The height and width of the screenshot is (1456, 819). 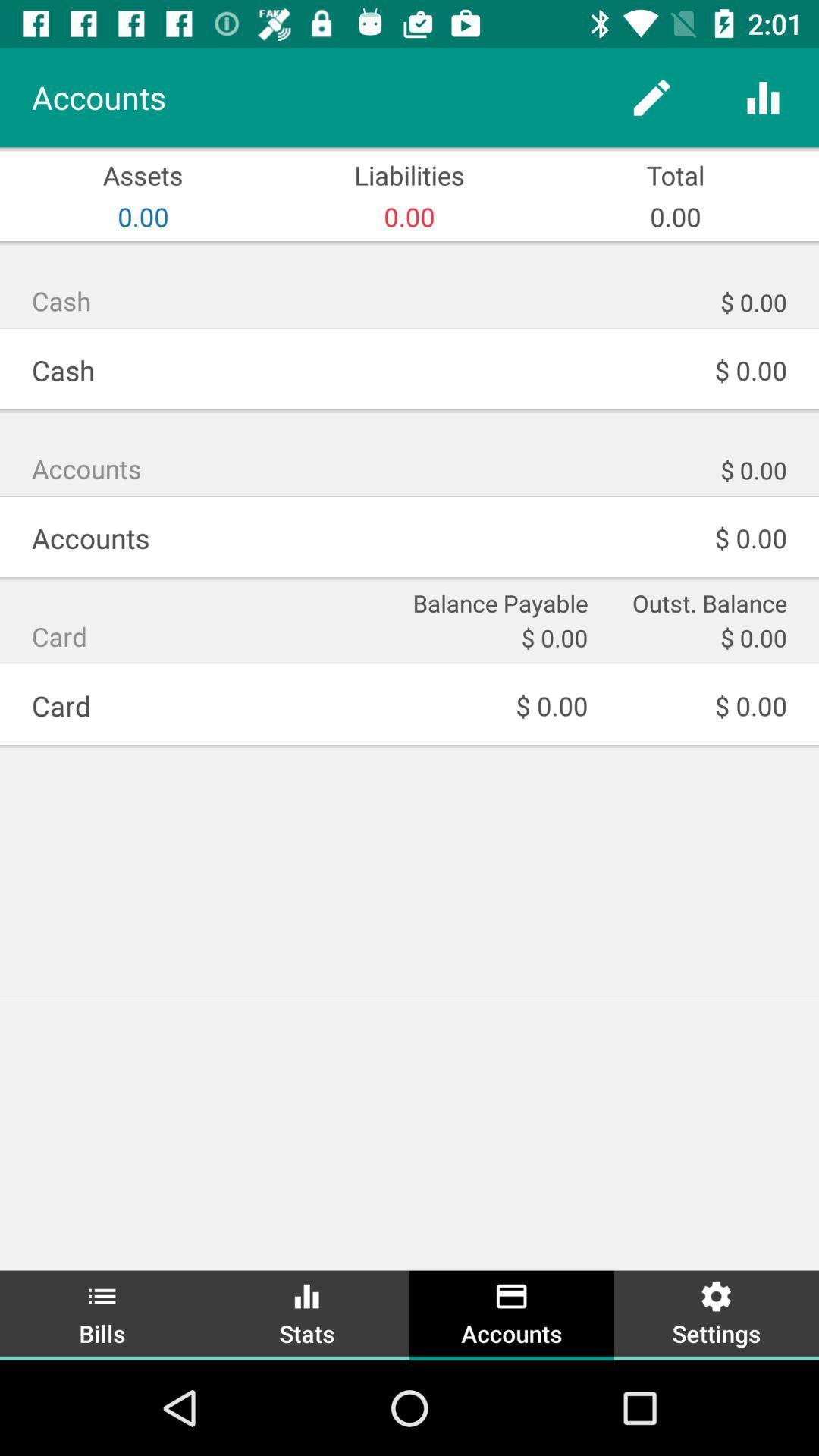 What do you see at coordinates (651, 96) in the screenshot?
I see `edit the text` at bounding box center [651, 96].